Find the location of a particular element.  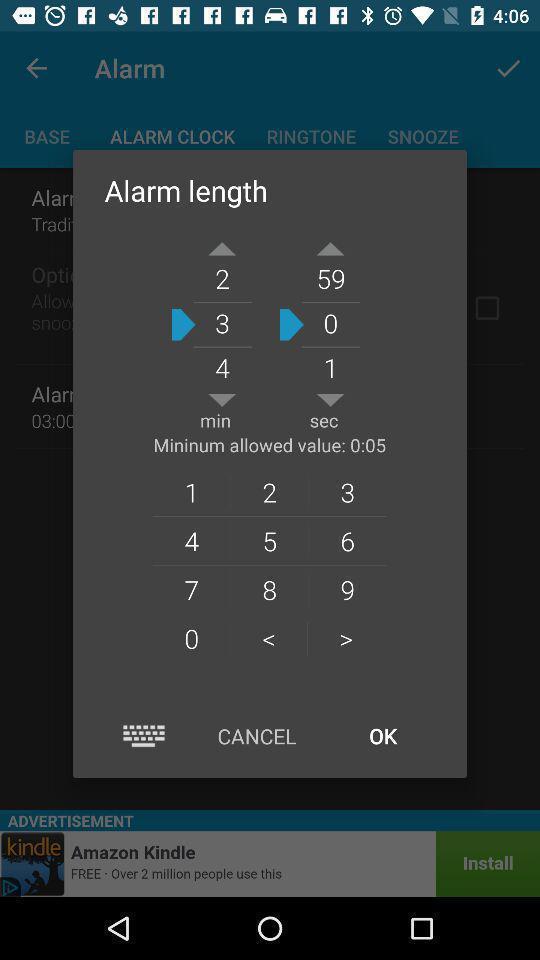

item next to the 2 item is located at coordinates (346, 539).